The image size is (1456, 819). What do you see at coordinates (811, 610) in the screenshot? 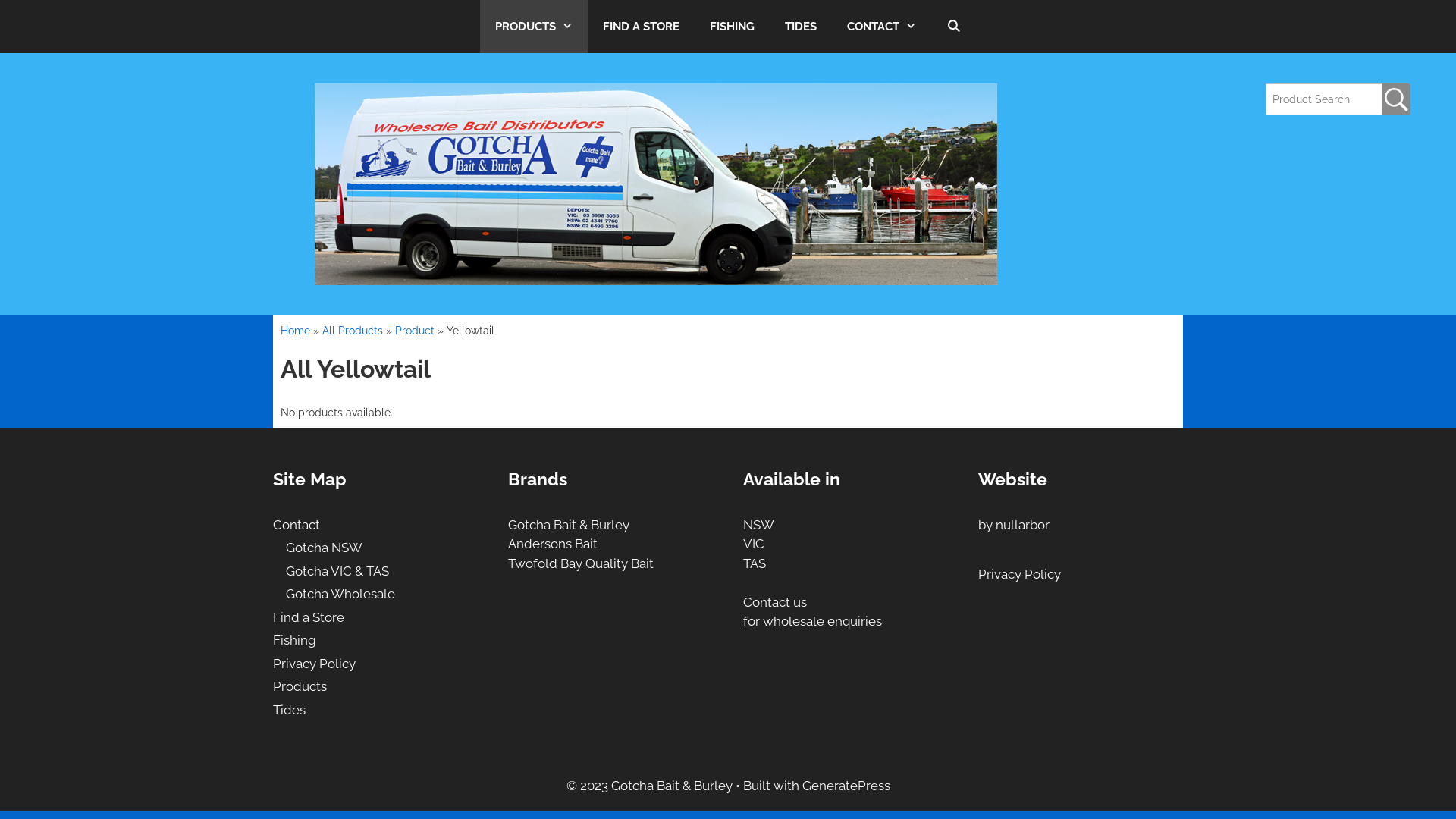
I see `'Contact us` at bounding box center [811, 610].